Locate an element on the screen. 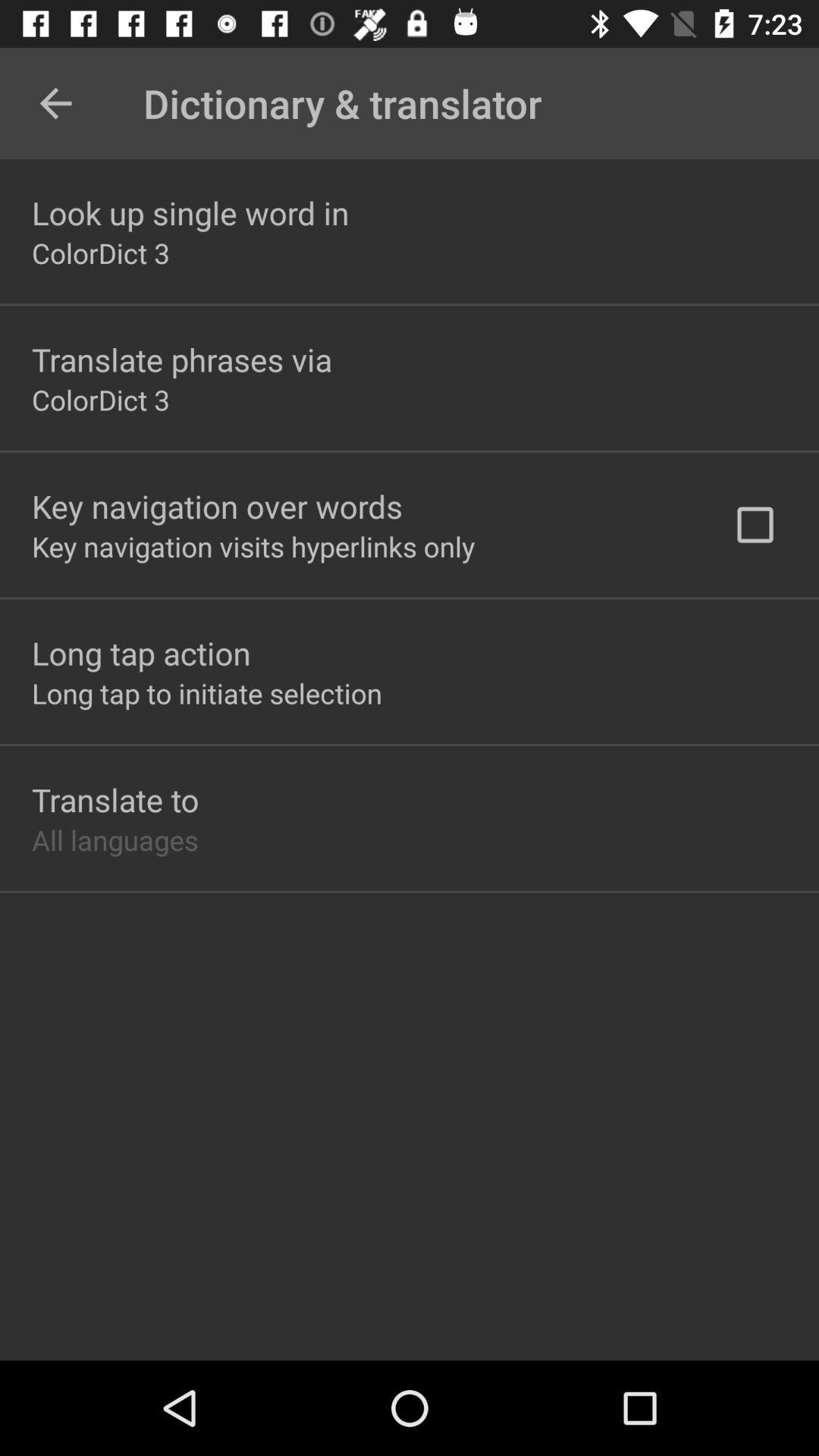 The width and height of the screenshot is (819, 1456). look up single is located at coordinates (190, 212).